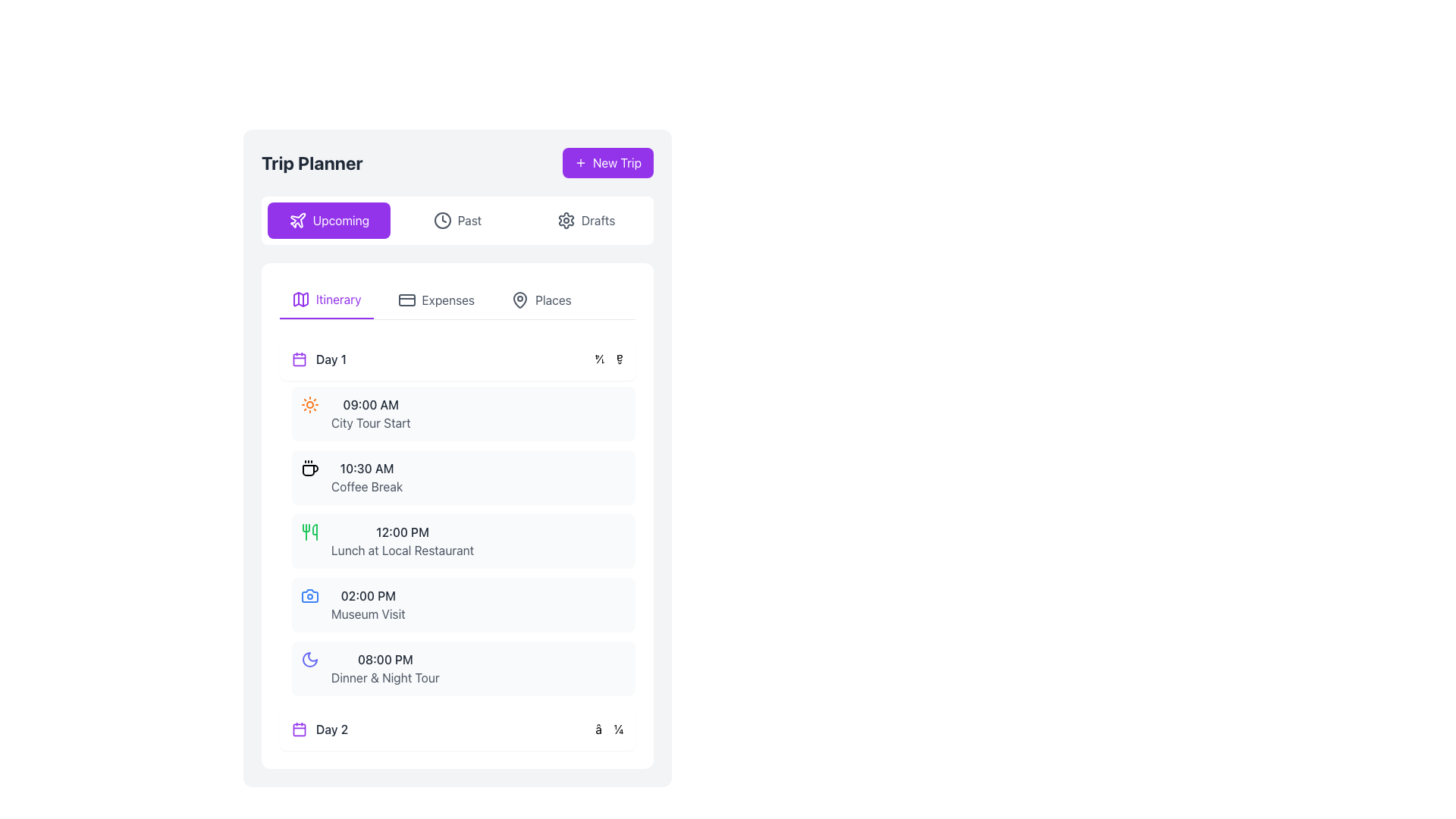 The width and height of the screenshot is (1456, 819). I want to click on the time marker text label indicating the scheduled start time for the 'Museum Visit' activity in the itinerary, located under 'Day 1', so click(368, 595).